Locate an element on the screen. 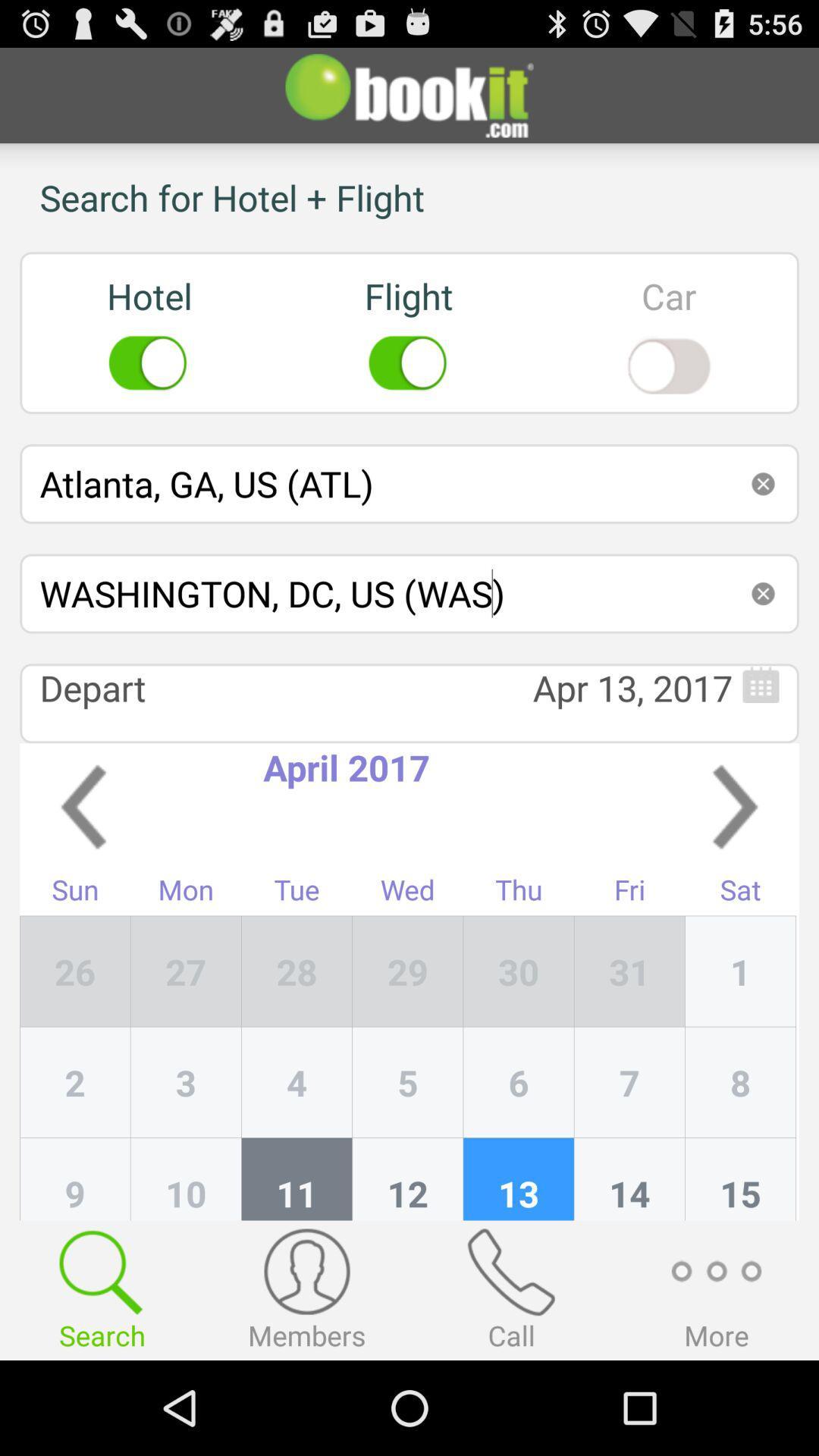  the arrow_forward icon is located at coordinates (734, 863).